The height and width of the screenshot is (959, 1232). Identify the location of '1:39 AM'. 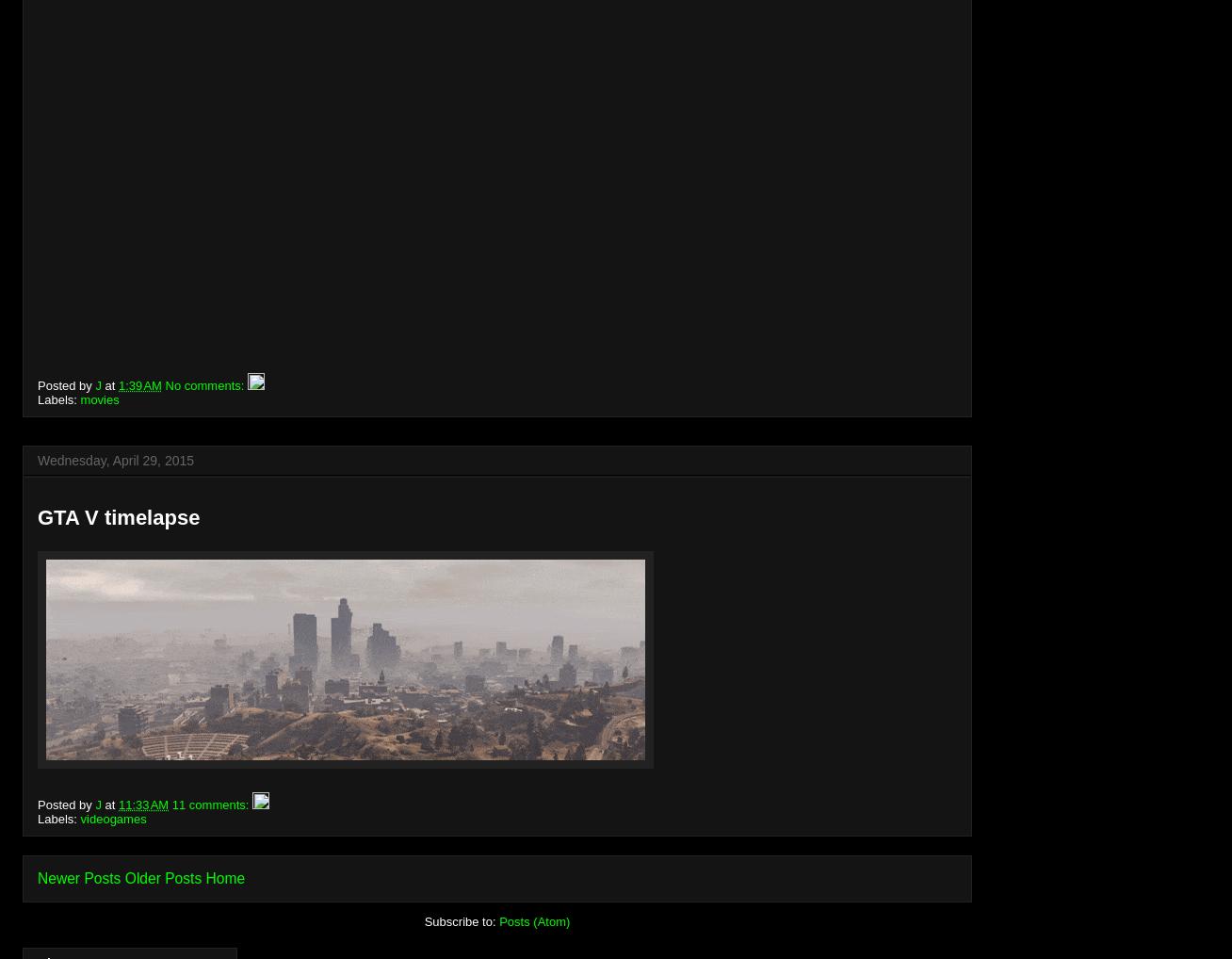
(138, 383).